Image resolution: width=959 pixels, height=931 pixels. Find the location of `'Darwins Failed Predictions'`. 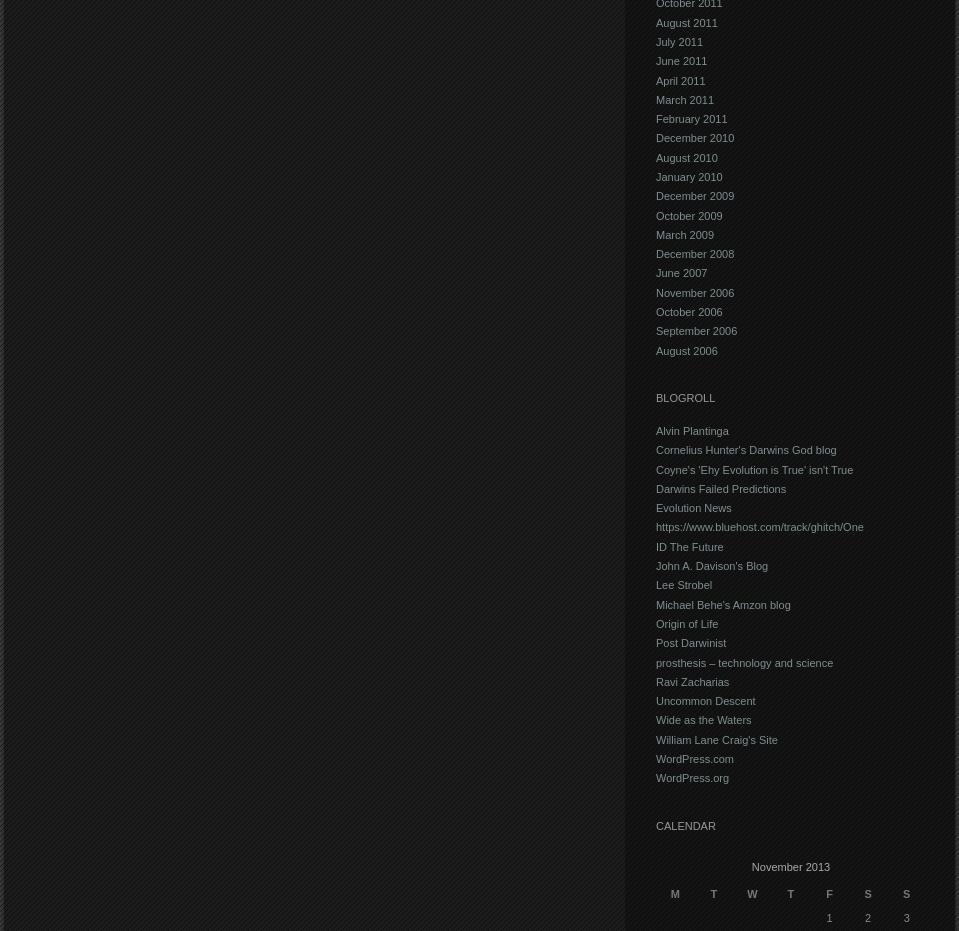

'Darwins Failed Predictions' is located at coordinates (719, 488).